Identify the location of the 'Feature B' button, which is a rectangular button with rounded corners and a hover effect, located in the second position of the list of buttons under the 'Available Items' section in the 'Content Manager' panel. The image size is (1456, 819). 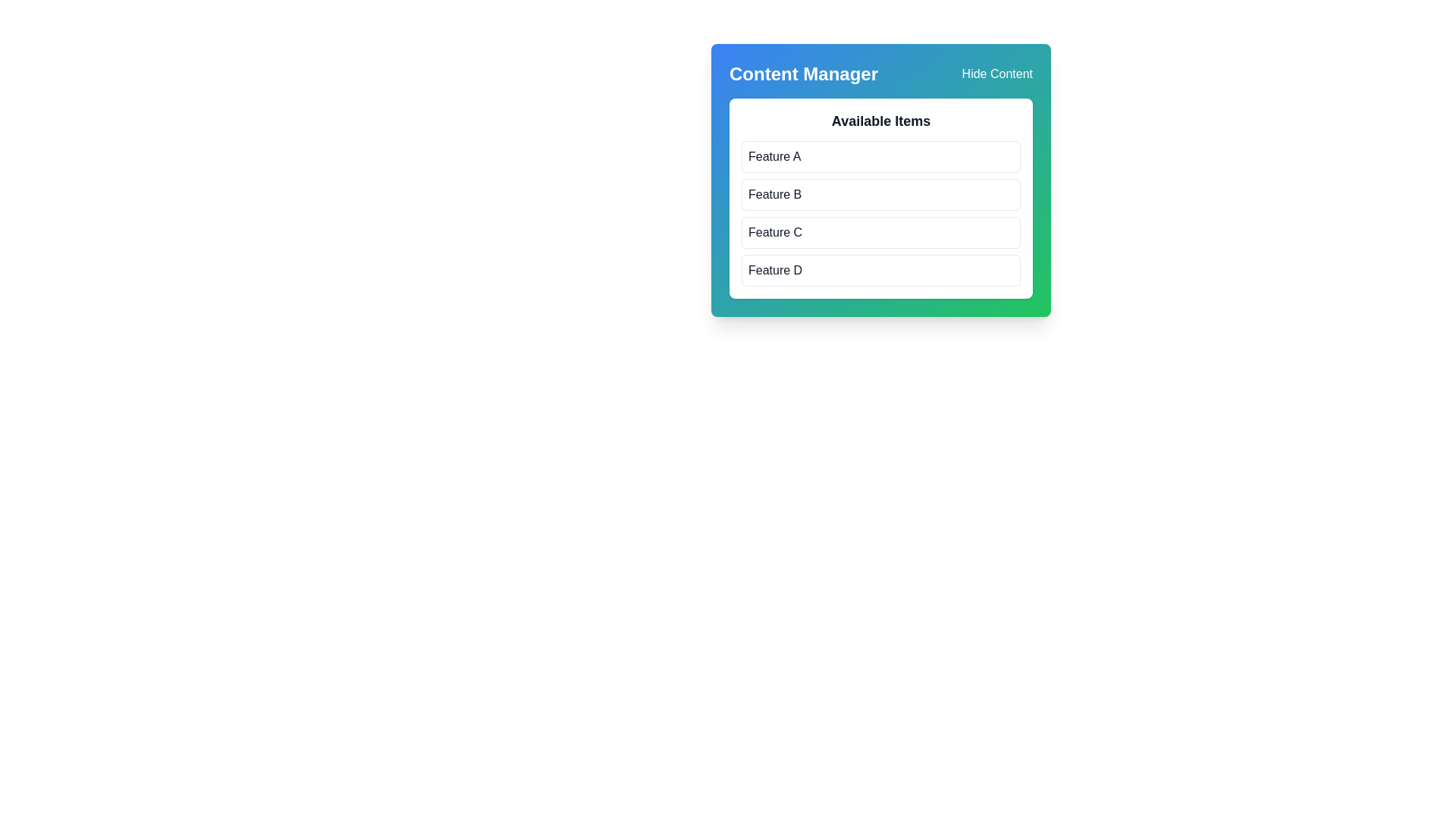
(880, 194).